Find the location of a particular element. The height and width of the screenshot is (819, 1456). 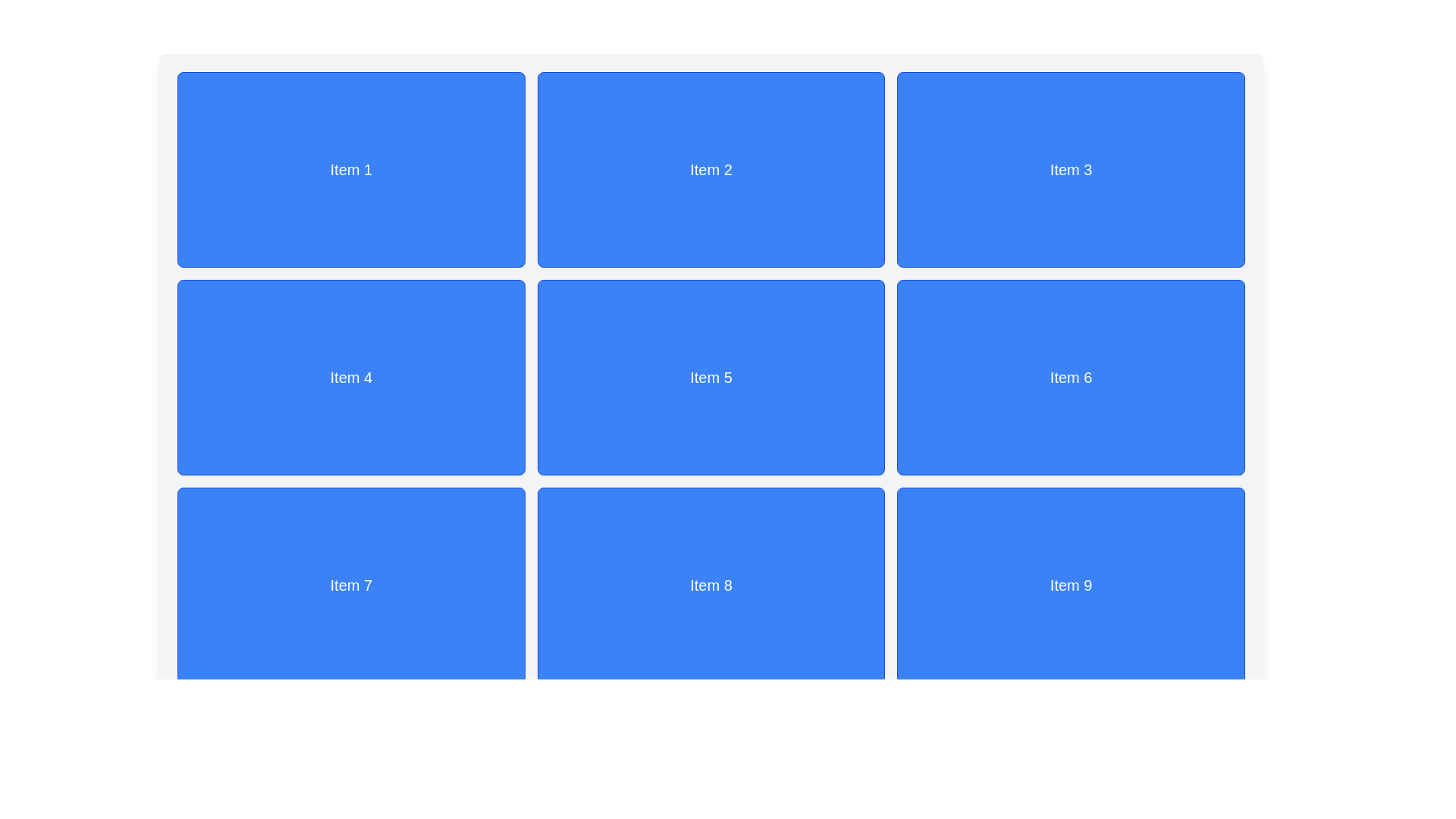

the labeled grid item located in the second row and third column of a 3x3 grid layout, which is situated directly below 'Item 3' and above 'Item 9' is located at coordinates (1070, 376).